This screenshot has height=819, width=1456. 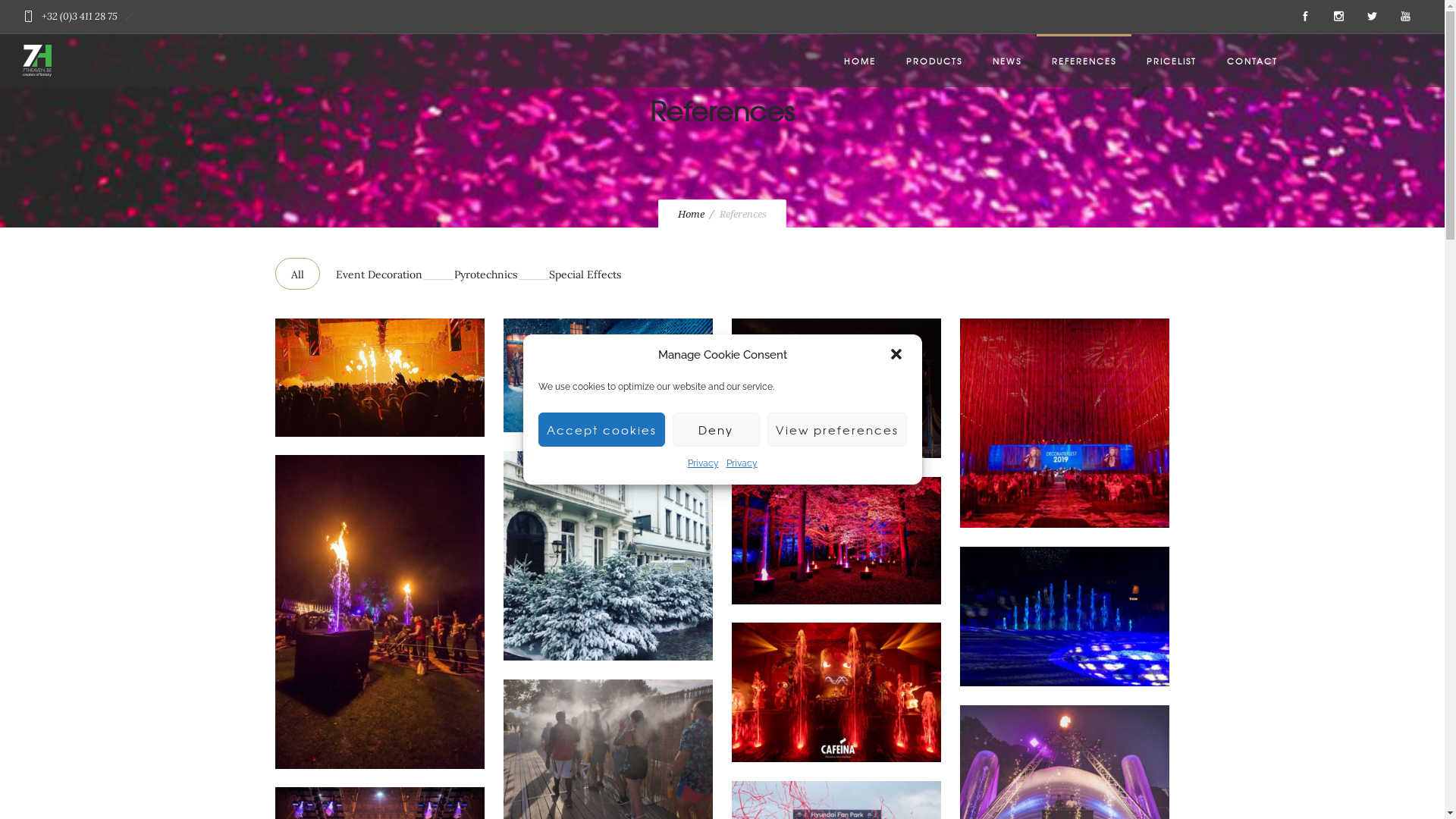 What do you see at coordinates (934, 60) in the screenshot?
I see `'PRODUCTS'` at bounding box center [934, 60].